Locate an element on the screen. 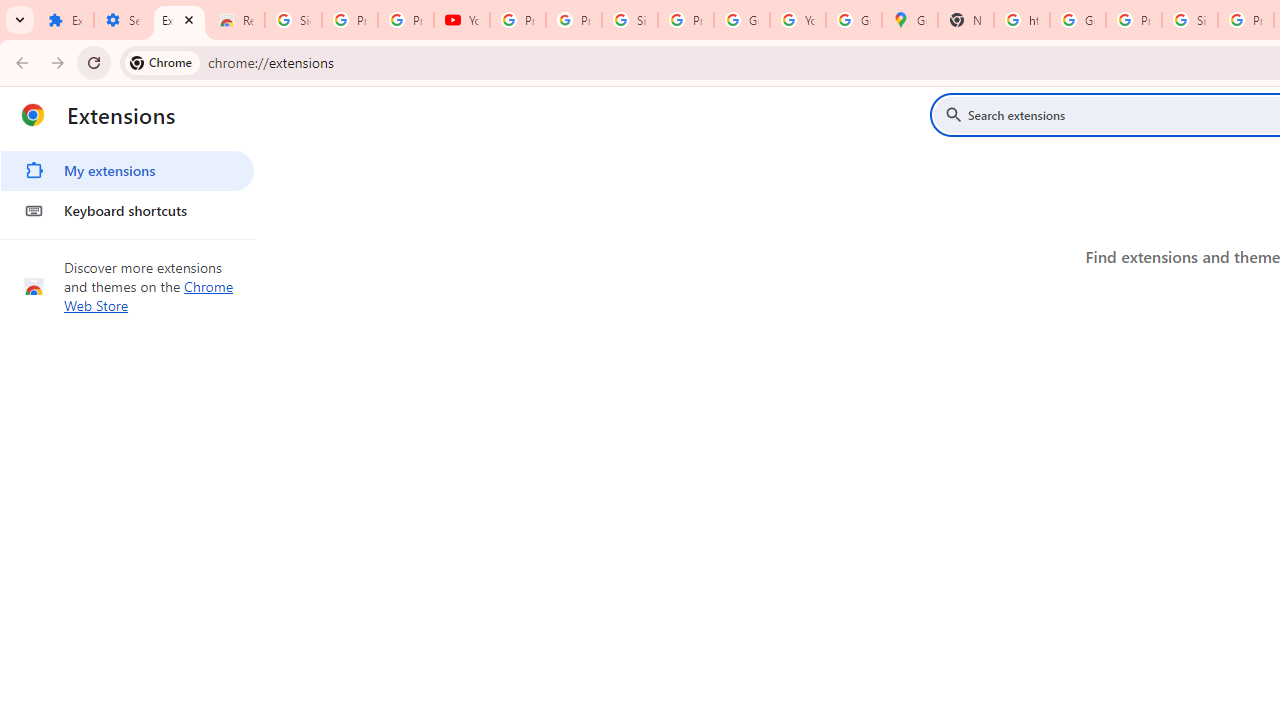 Image resolution: width=1280 pixels, height=720 pixels. 'AutomationID: sectionMenu' is located at coordinates (127, 187).